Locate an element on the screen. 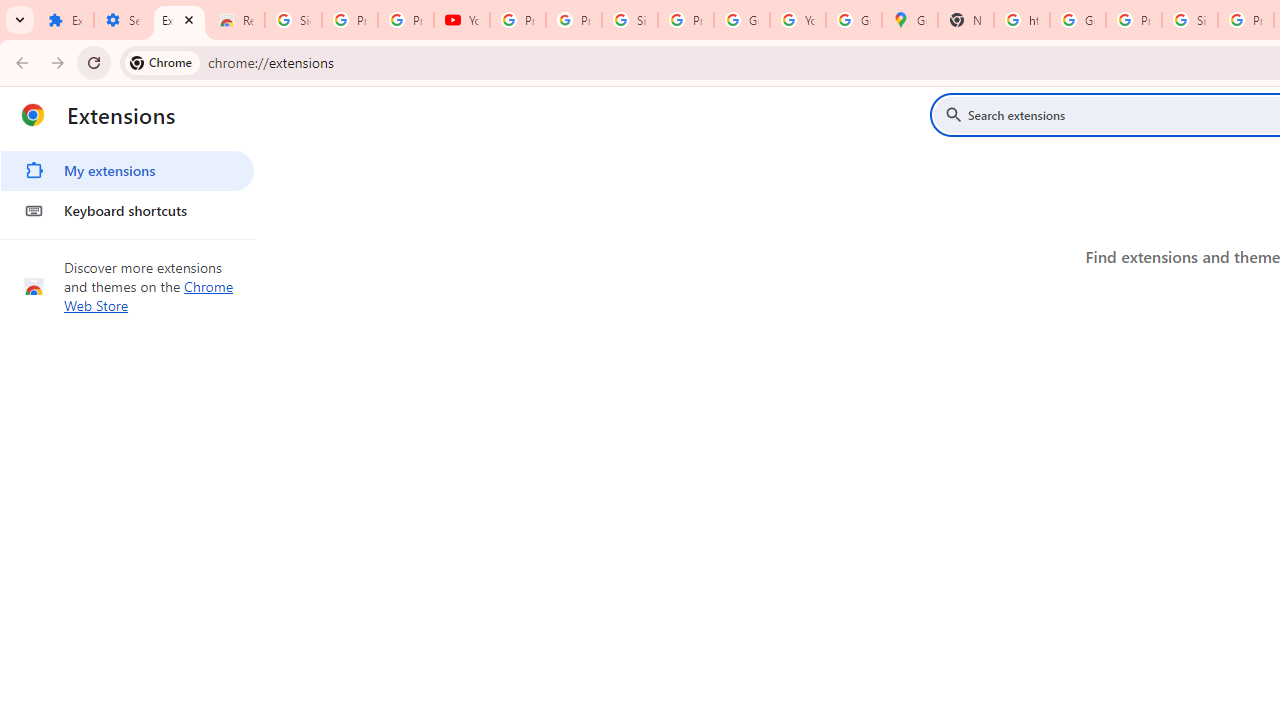 Image resolution: width=1280 pixels, height=720 pixels. 'AutomationID: sectionMenu' is located at coordinates (127, 187).